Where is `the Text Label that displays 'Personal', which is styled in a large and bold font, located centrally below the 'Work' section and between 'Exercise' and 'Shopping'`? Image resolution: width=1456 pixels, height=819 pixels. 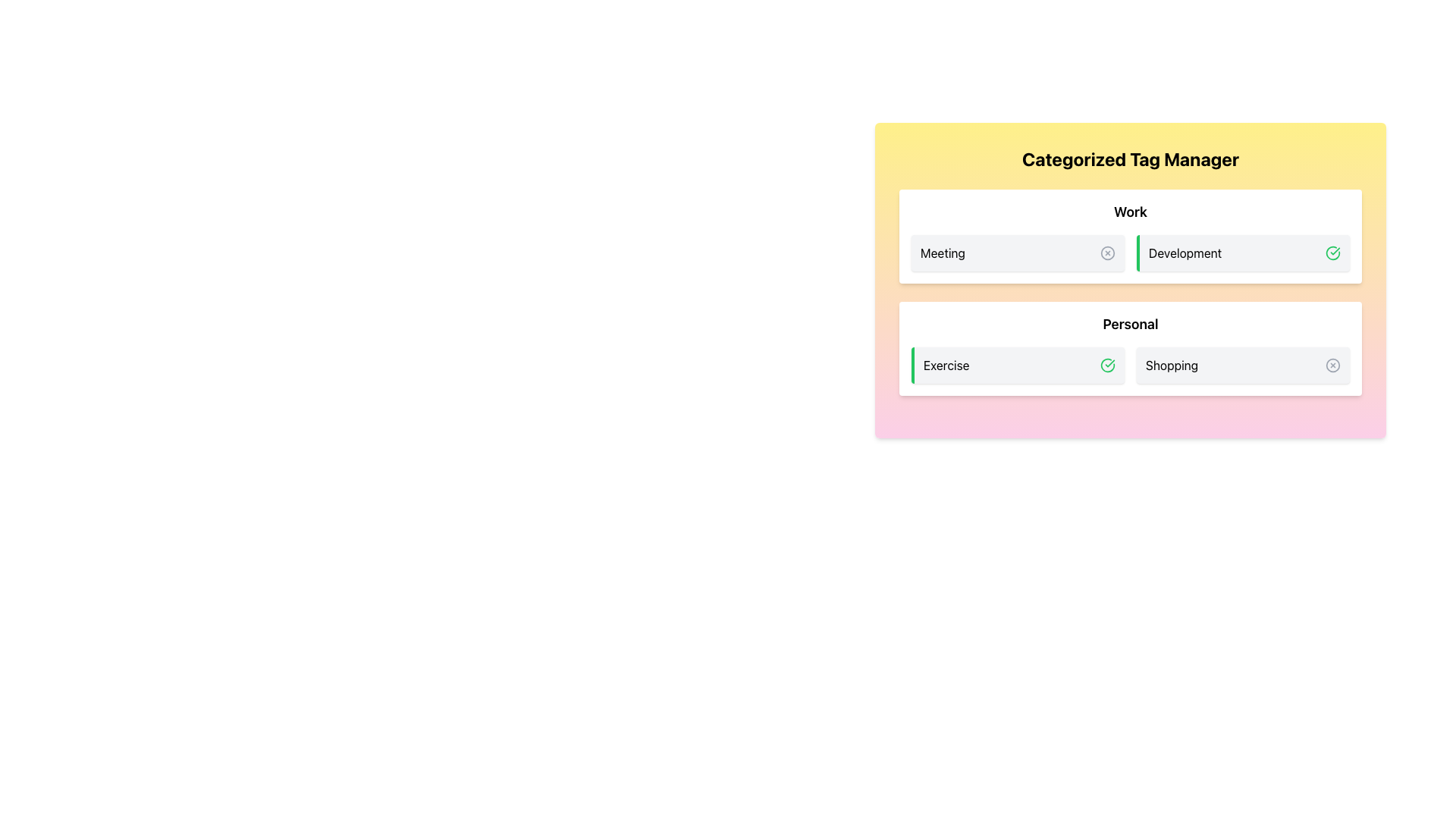
the Text Label that displays 'Personal', which is styled in a large and bold font, located centrally below the 'Work' section and between 'Exercise' and 'Shopping' is located at coordinates (1131, 324).